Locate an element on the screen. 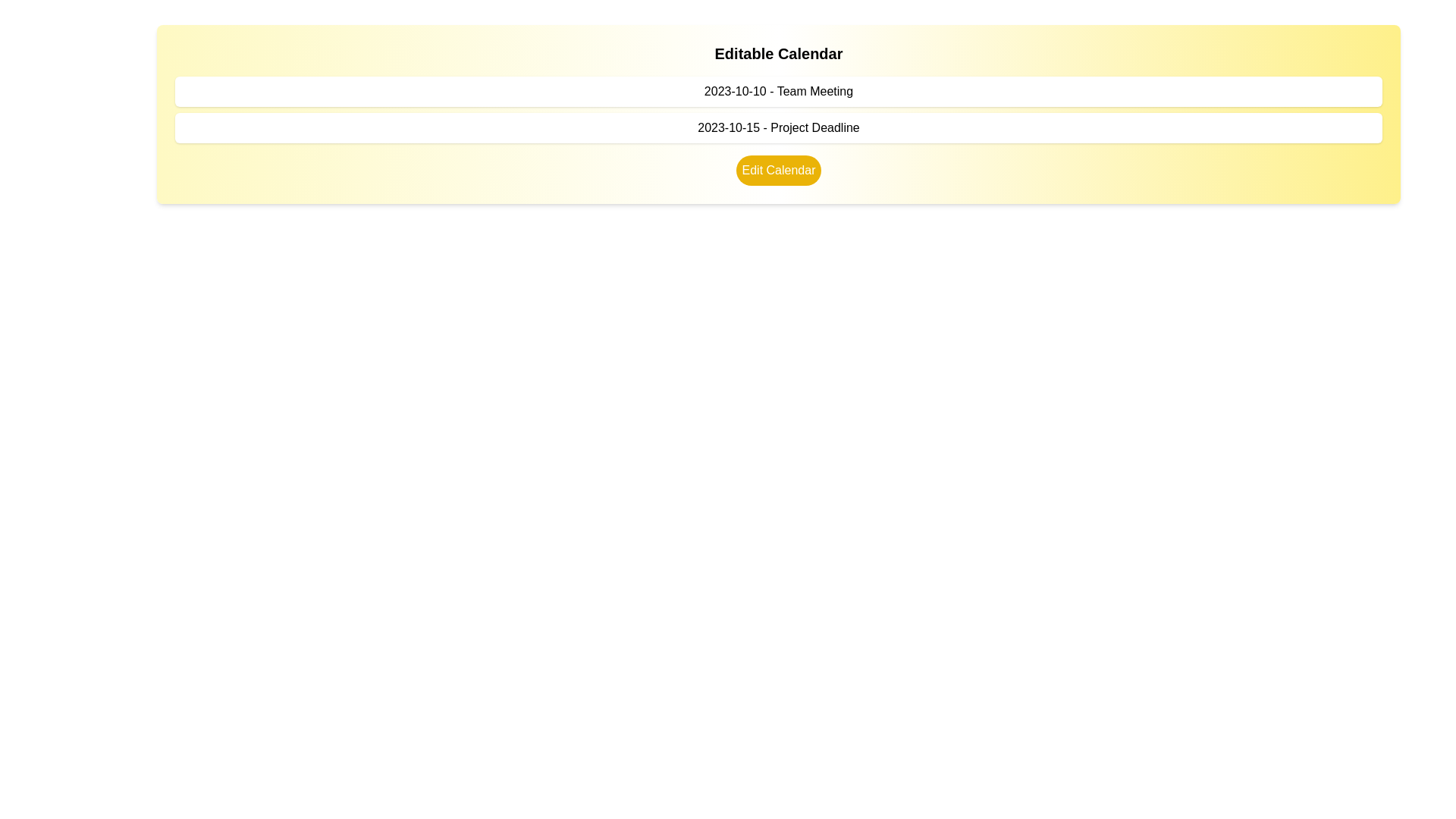 This screenshot has width=1456, height=819. the Text label that displays a project deadline for the specified date, located below '2023-10-10 - Team Meeting' and above the 'Edit Calendar' button is located at coordinates (779, 127).